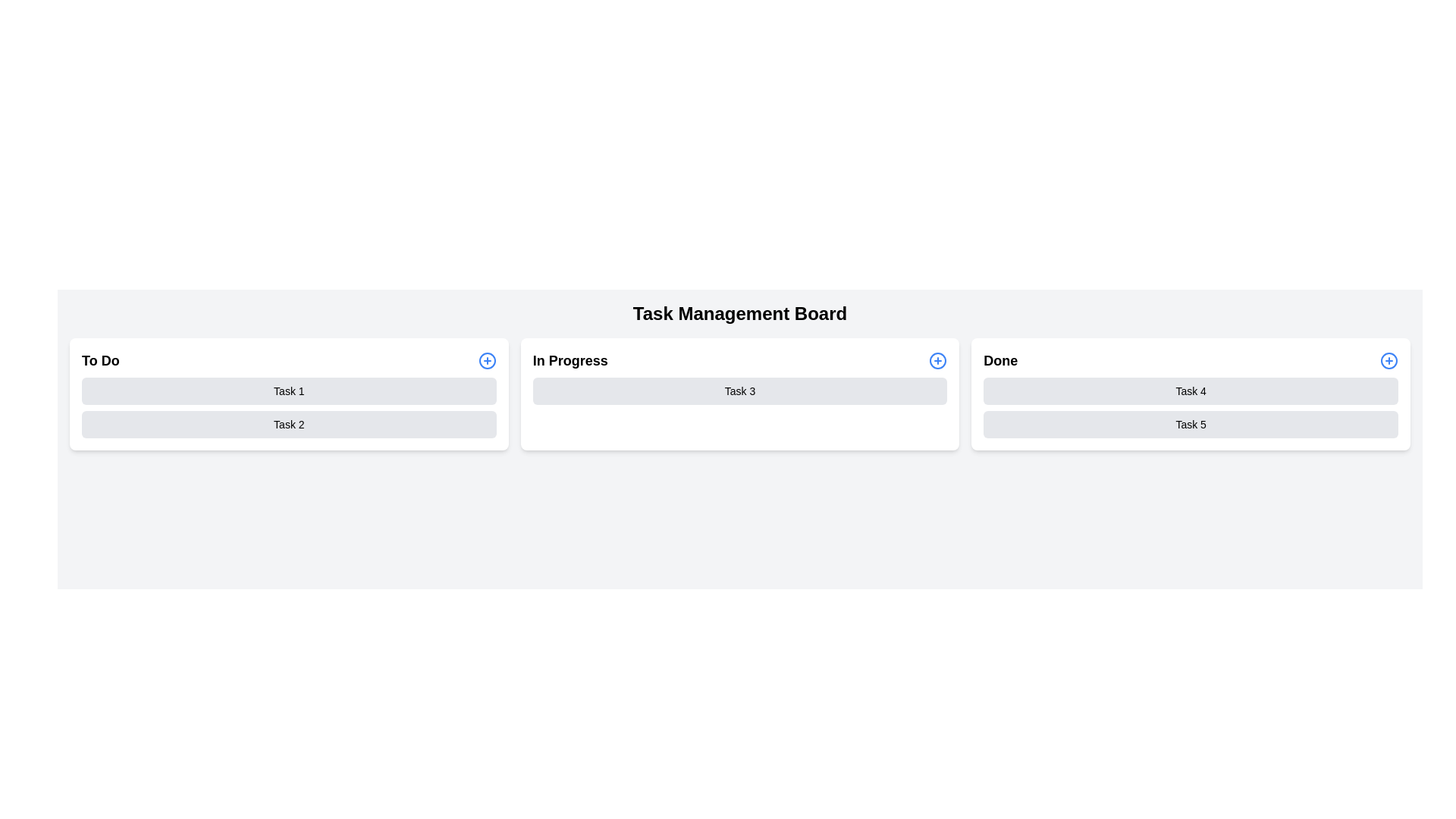  I want to click on the bold and large static text label that reads 'In Progress' located at the top-left corner of the middle column, so click(570, 360).